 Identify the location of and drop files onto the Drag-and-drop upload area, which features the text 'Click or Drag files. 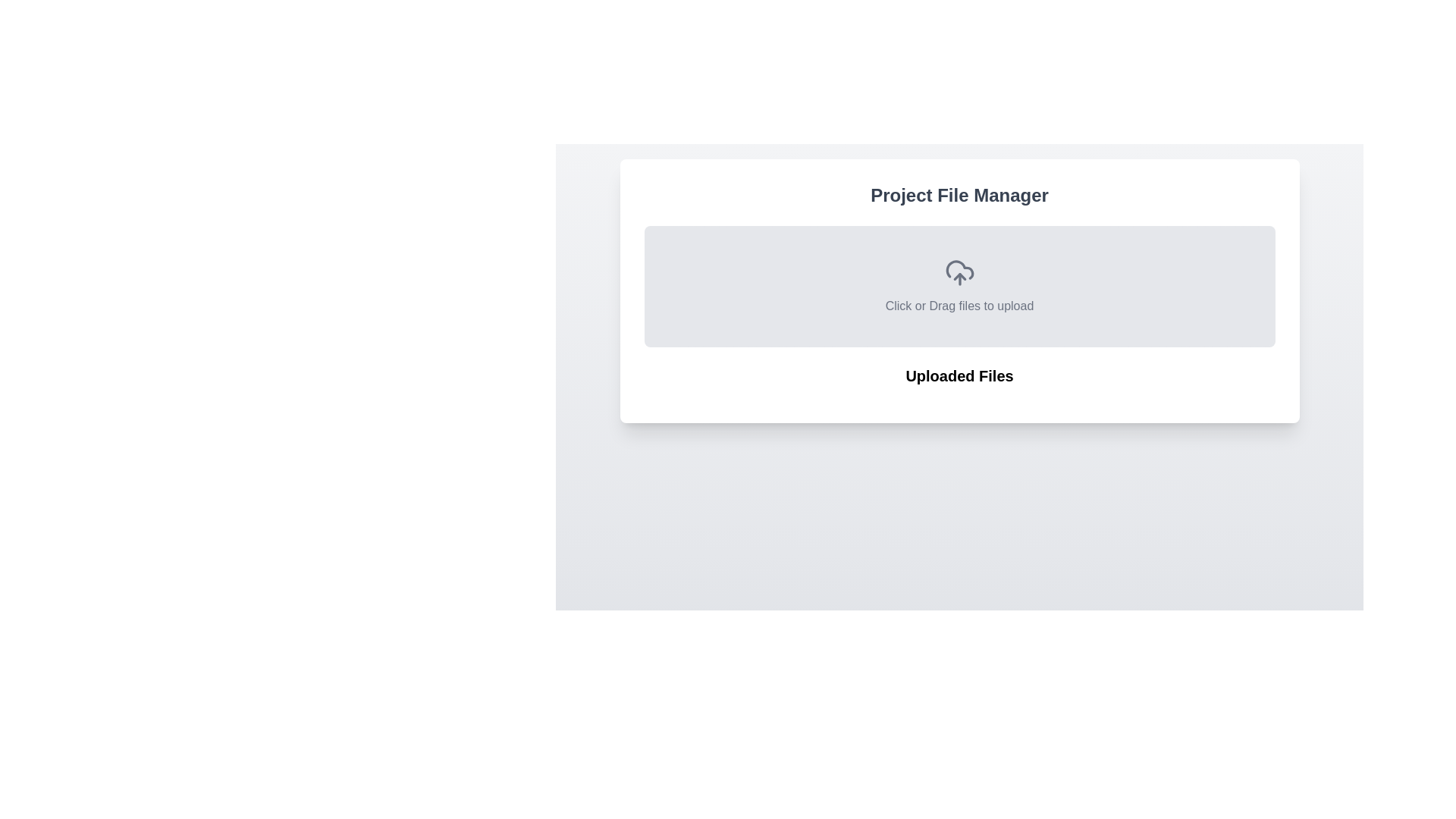
(959, 291).